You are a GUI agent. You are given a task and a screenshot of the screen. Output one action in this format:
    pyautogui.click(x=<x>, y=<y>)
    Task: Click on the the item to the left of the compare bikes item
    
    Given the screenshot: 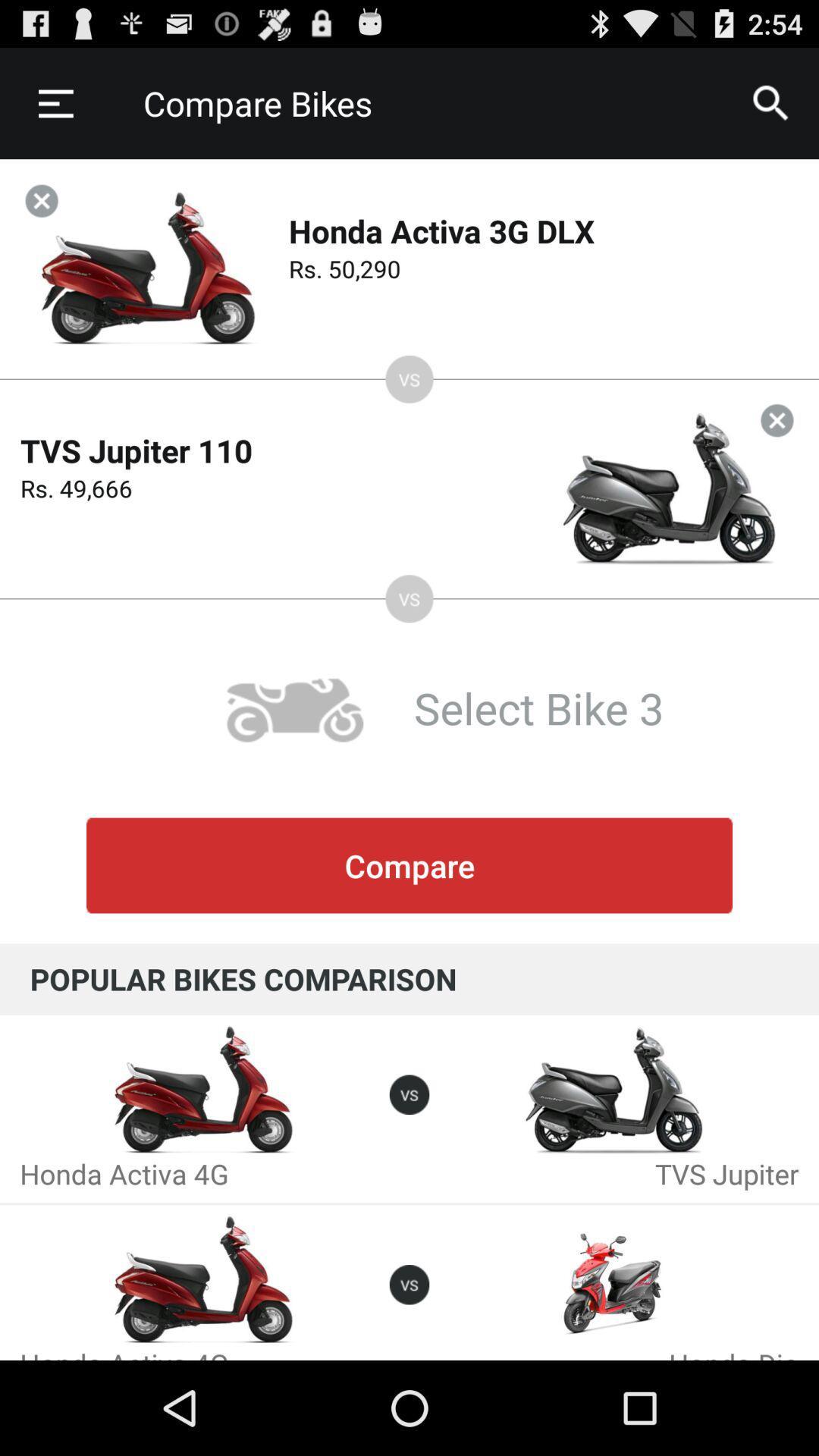 What is the action you would take?
    pyautogui.click(x=55, y=102)
    